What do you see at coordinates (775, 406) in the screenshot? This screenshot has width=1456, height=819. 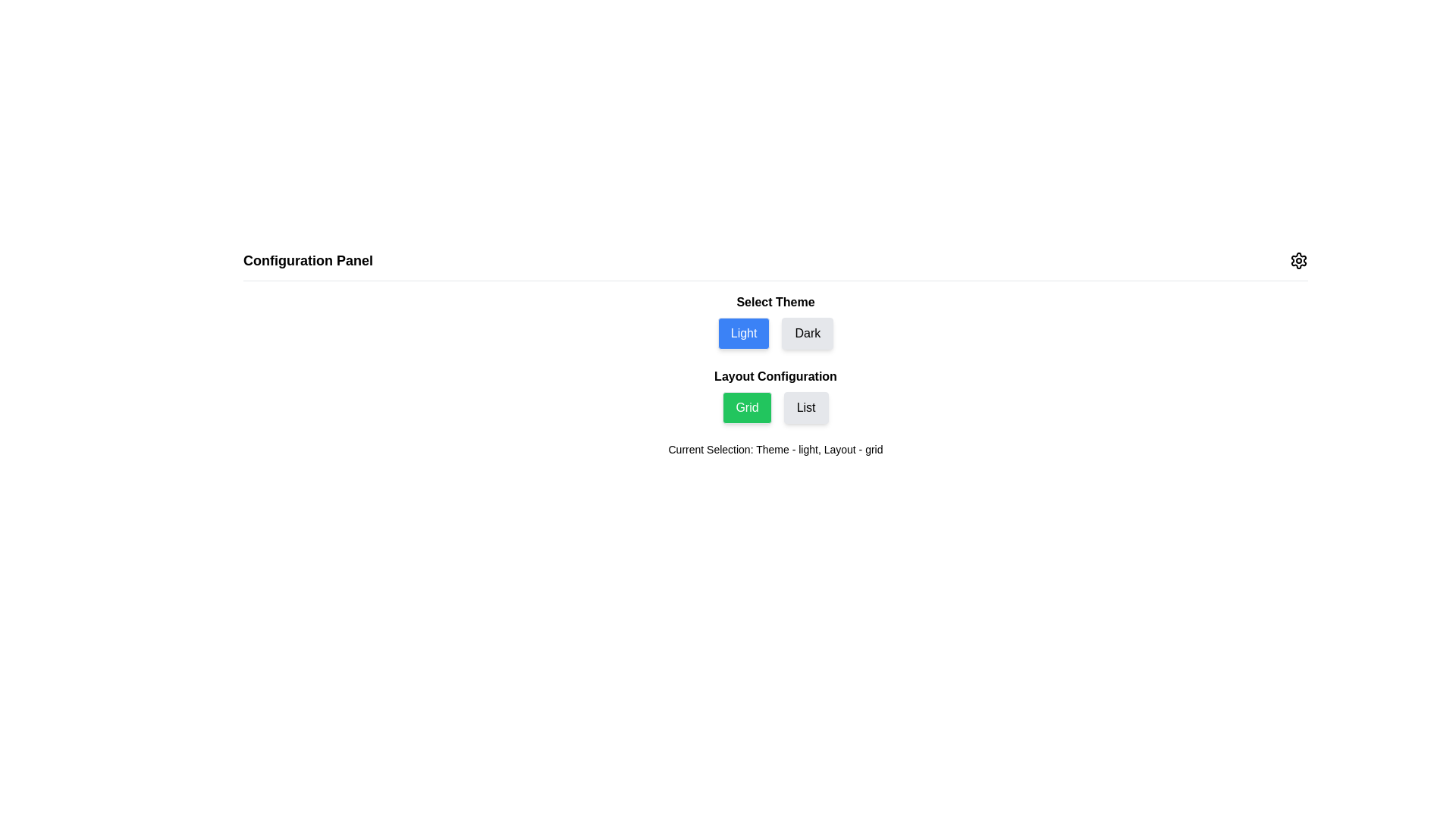 I see `the 'Grid' button in the Toggle button group located beneath the 'Layout Configuration' heading` at bounding box center [775, 406].